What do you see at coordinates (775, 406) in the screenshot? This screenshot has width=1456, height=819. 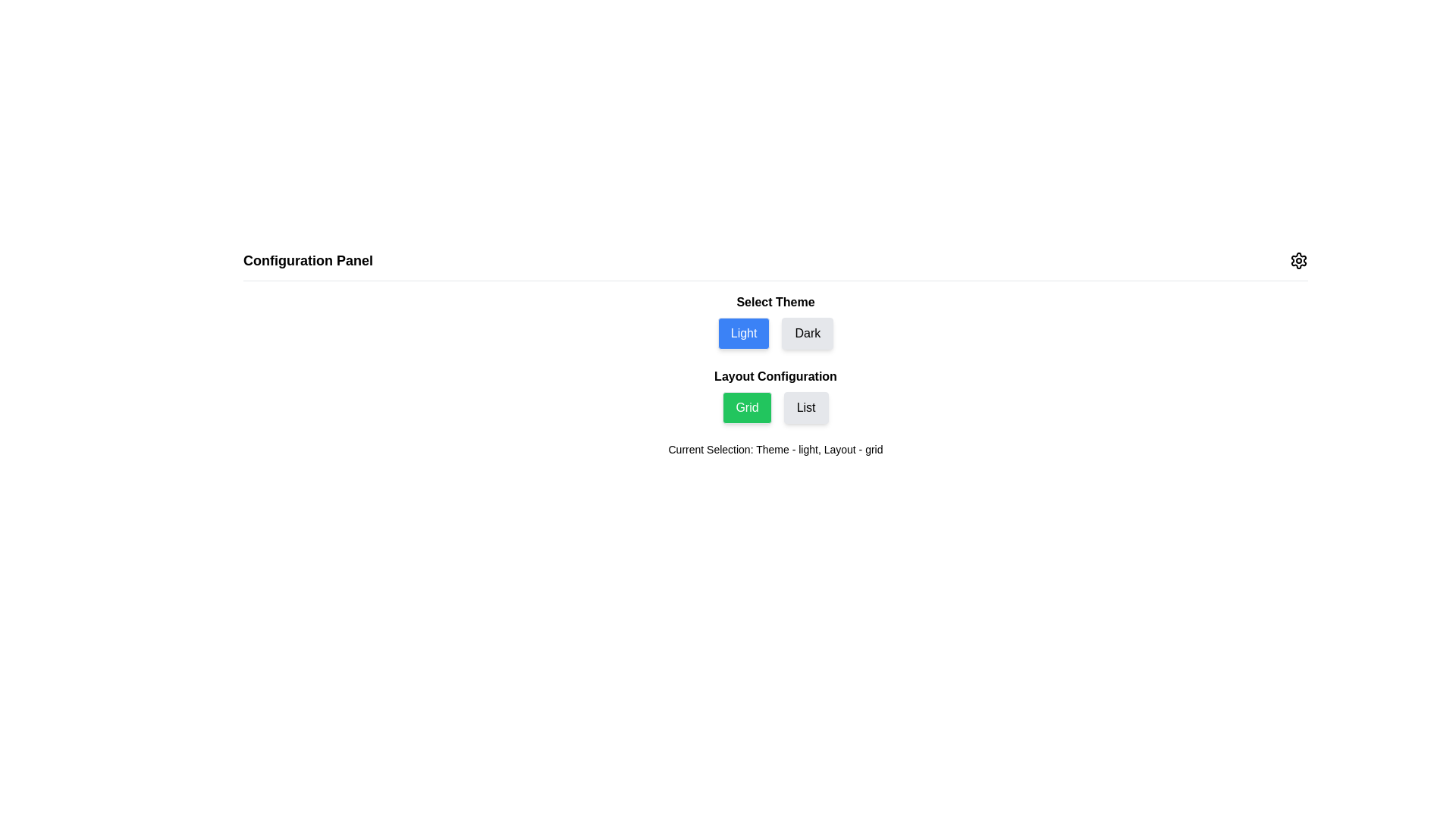 I see `the 'Grid' button in the Toggle button group located beneath the 'Layout Configuration' heading` at bounding box center [775, 406].